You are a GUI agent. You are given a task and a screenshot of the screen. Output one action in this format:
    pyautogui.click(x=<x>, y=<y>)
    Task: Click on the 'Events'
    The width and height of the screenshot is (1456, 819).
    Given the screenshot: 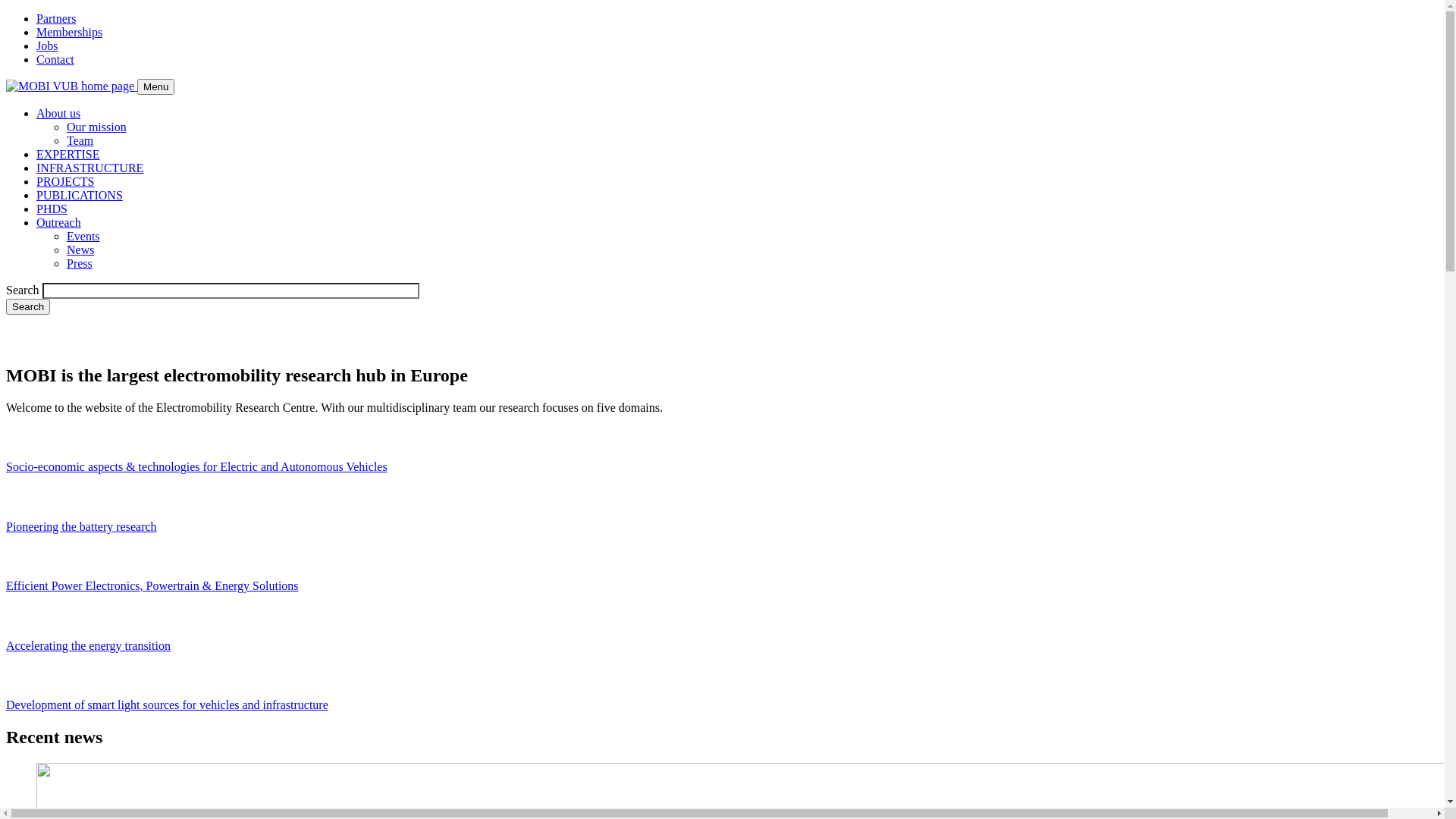 What is the action you would take?
    pyautogui.click(x=83, y=236)
    